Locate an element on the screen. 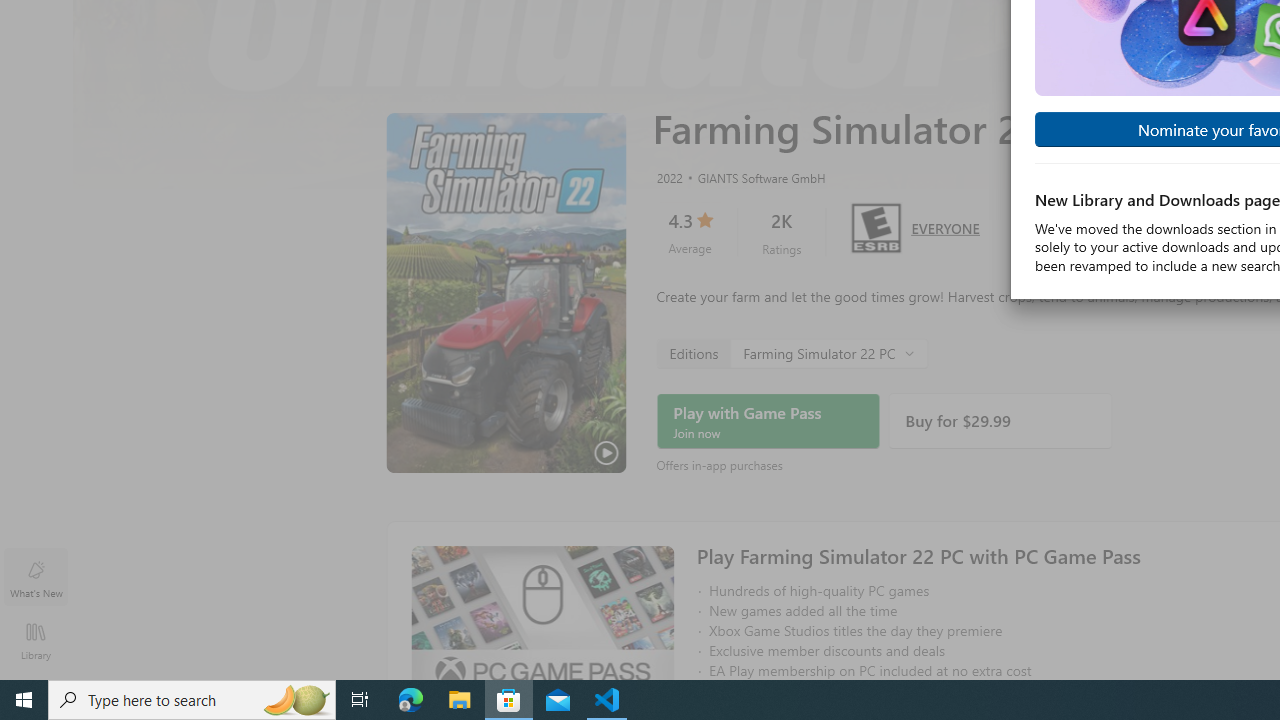  'Age rating: EVERYONE. Click for more information.' is located at coordinates (944, 225).